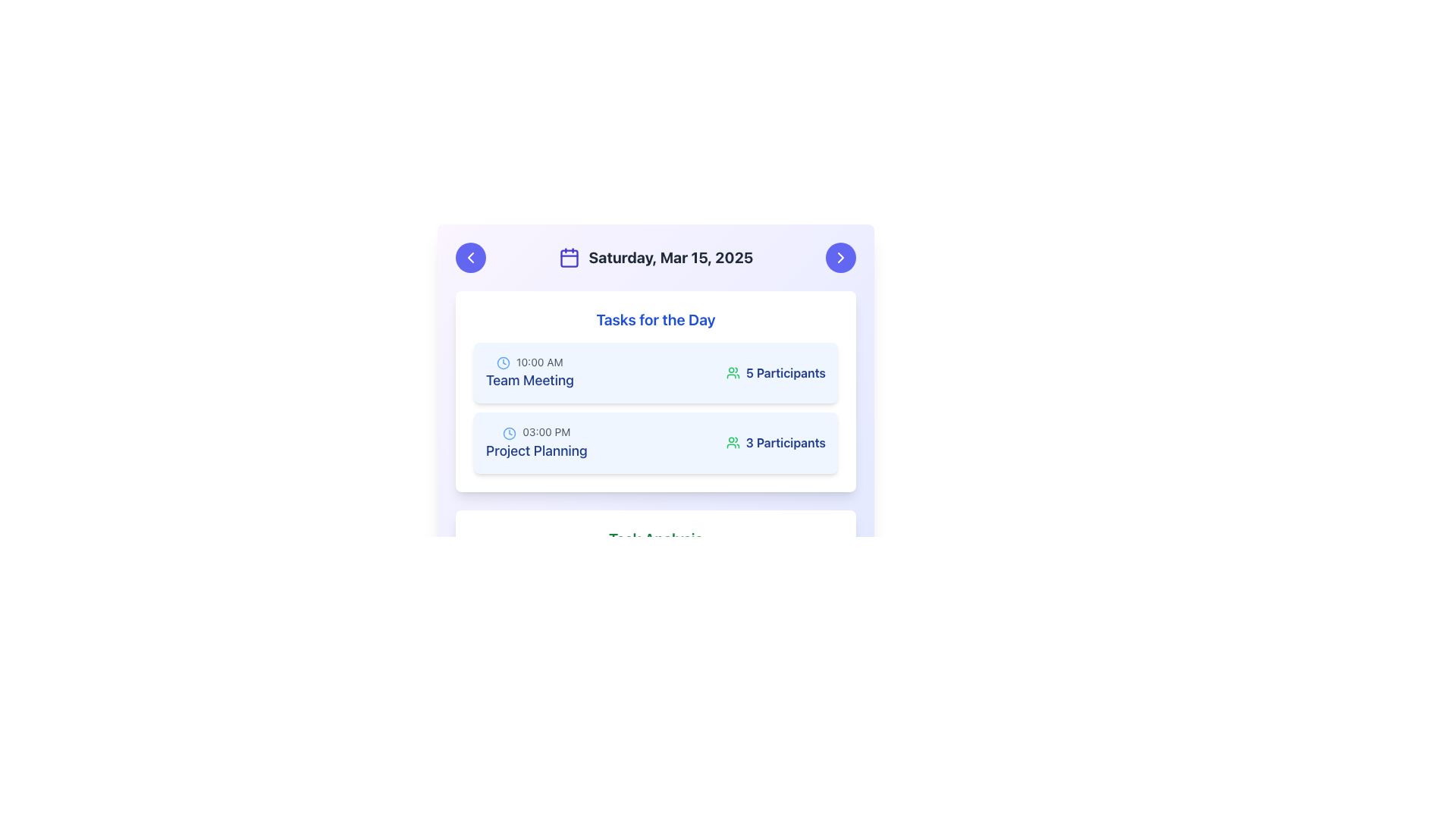  I want to click on the informational text element that serves as a title for 'Task Analysis', so click(655, 537).